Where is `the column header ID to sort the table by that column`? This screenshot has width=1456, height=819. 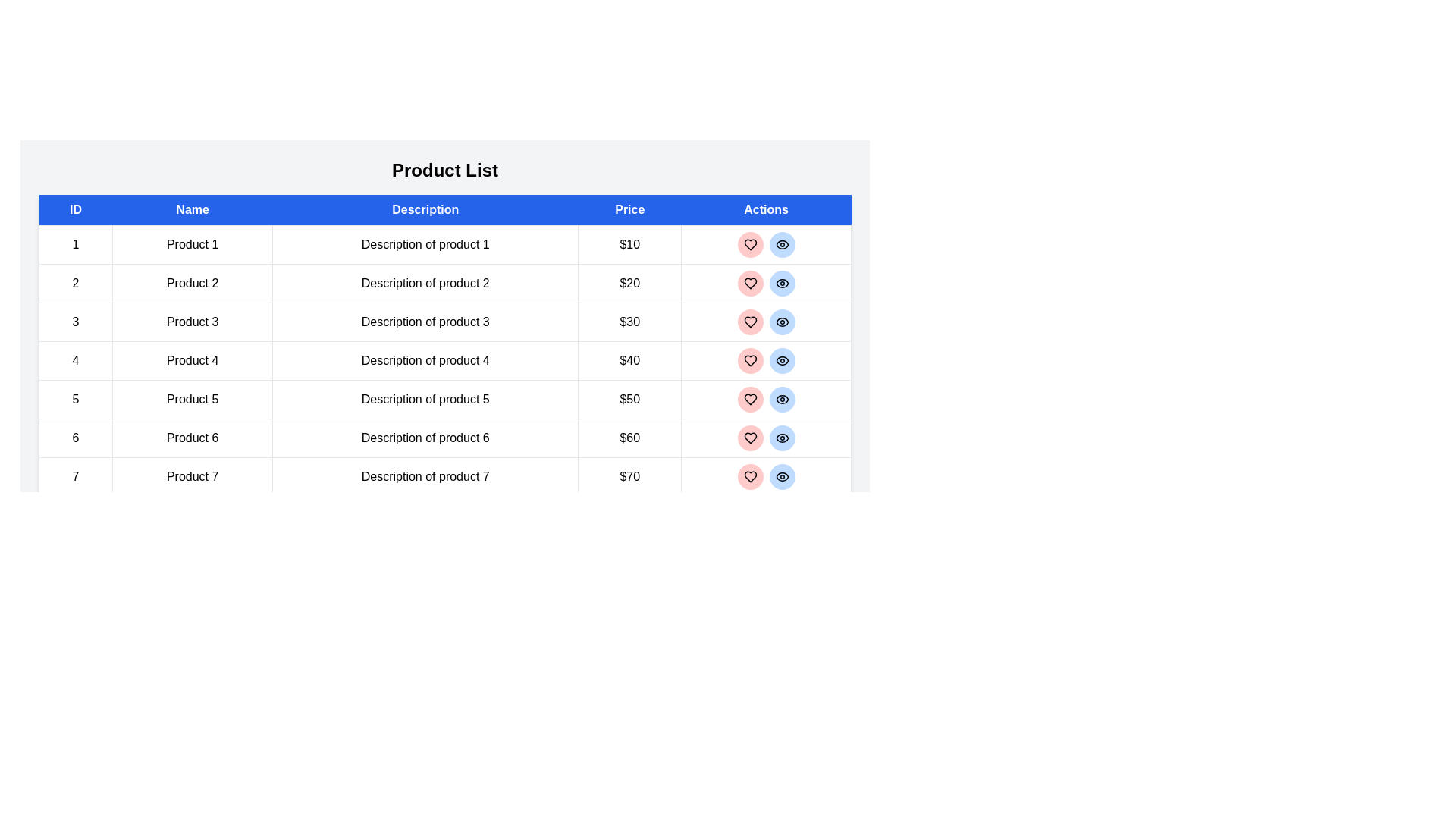
the column header ID to sort the table by that column is located at coordinates (75, 210).